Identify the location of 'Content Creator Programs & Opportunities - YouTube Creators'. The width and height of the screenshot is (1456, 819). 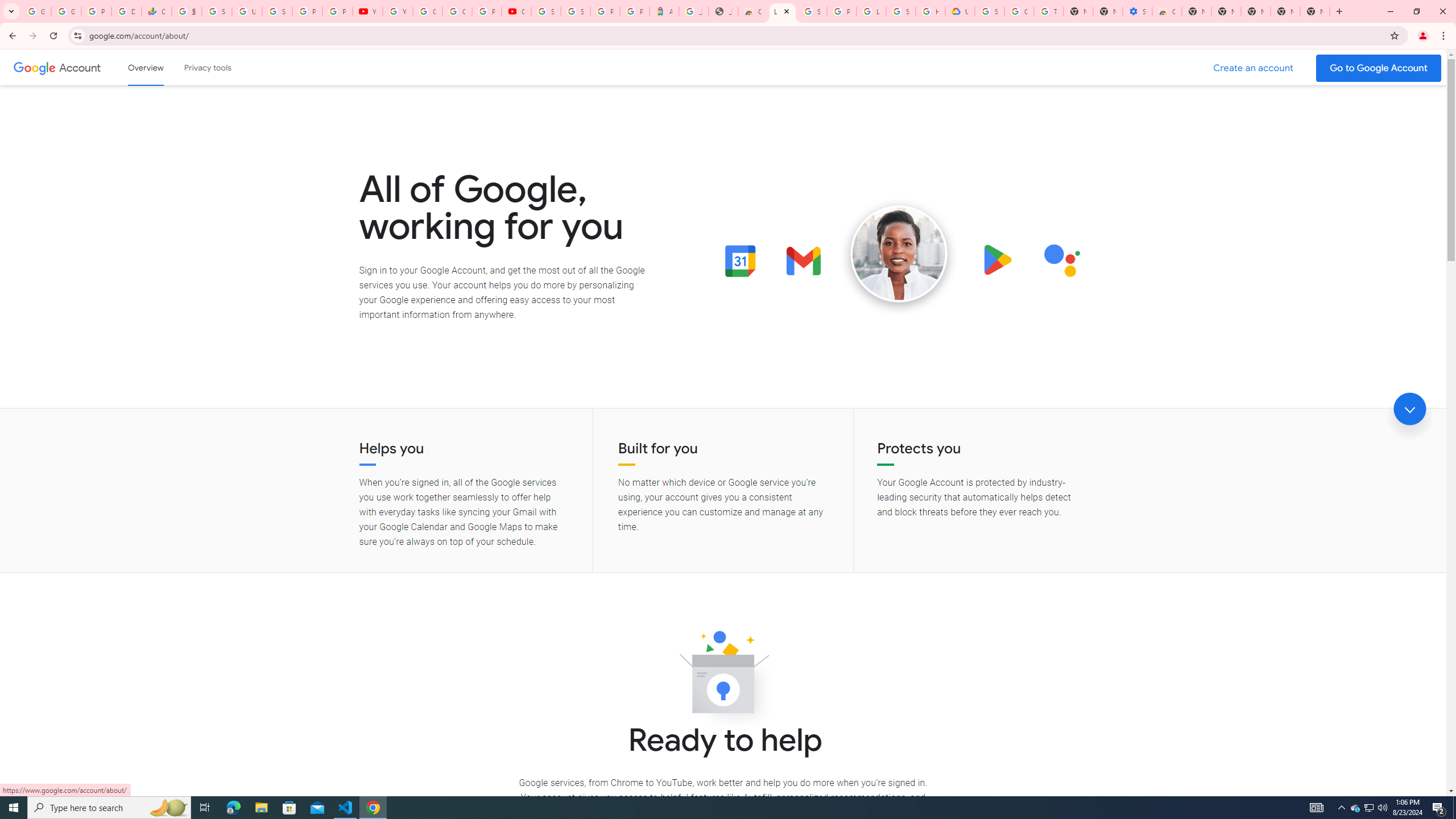
(515, 11).